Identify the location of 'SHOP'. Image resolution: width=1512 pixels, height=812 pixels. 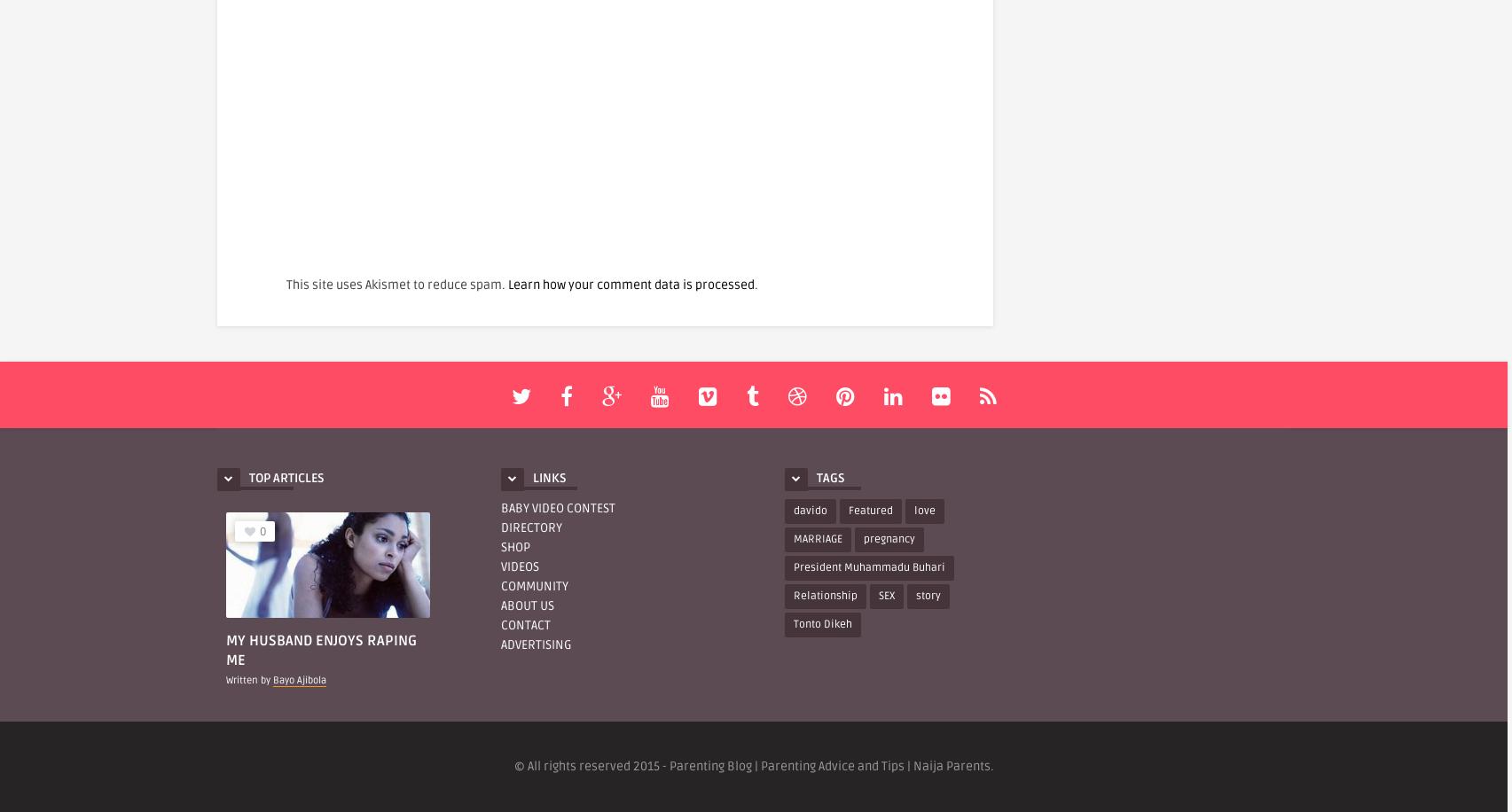
(515, 546).